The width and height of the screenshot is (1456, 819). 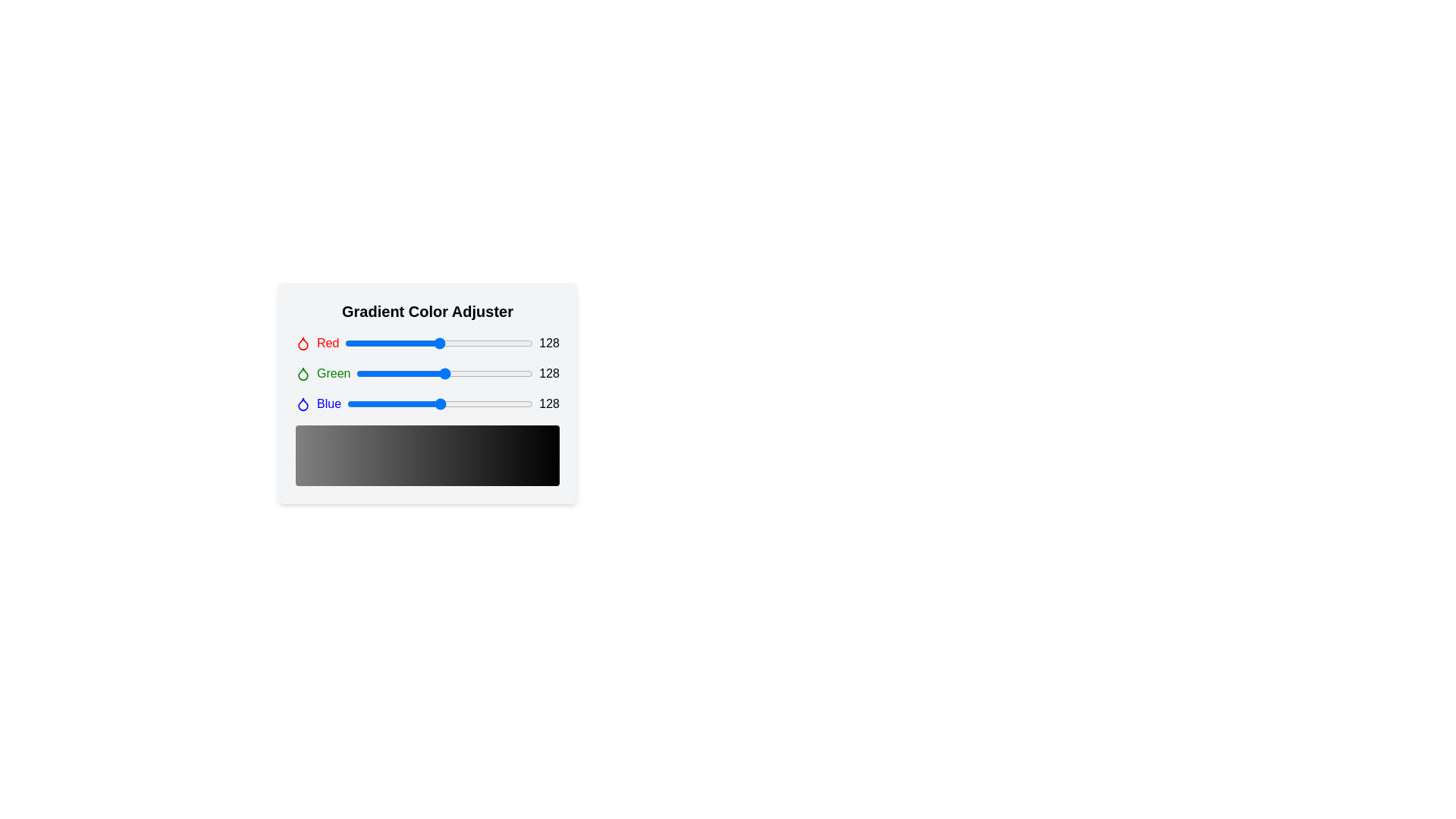 What do you see at coordinates (451, 374) in the screenshot?
I see `the green slider to 138` at bounding box center [451, 374].